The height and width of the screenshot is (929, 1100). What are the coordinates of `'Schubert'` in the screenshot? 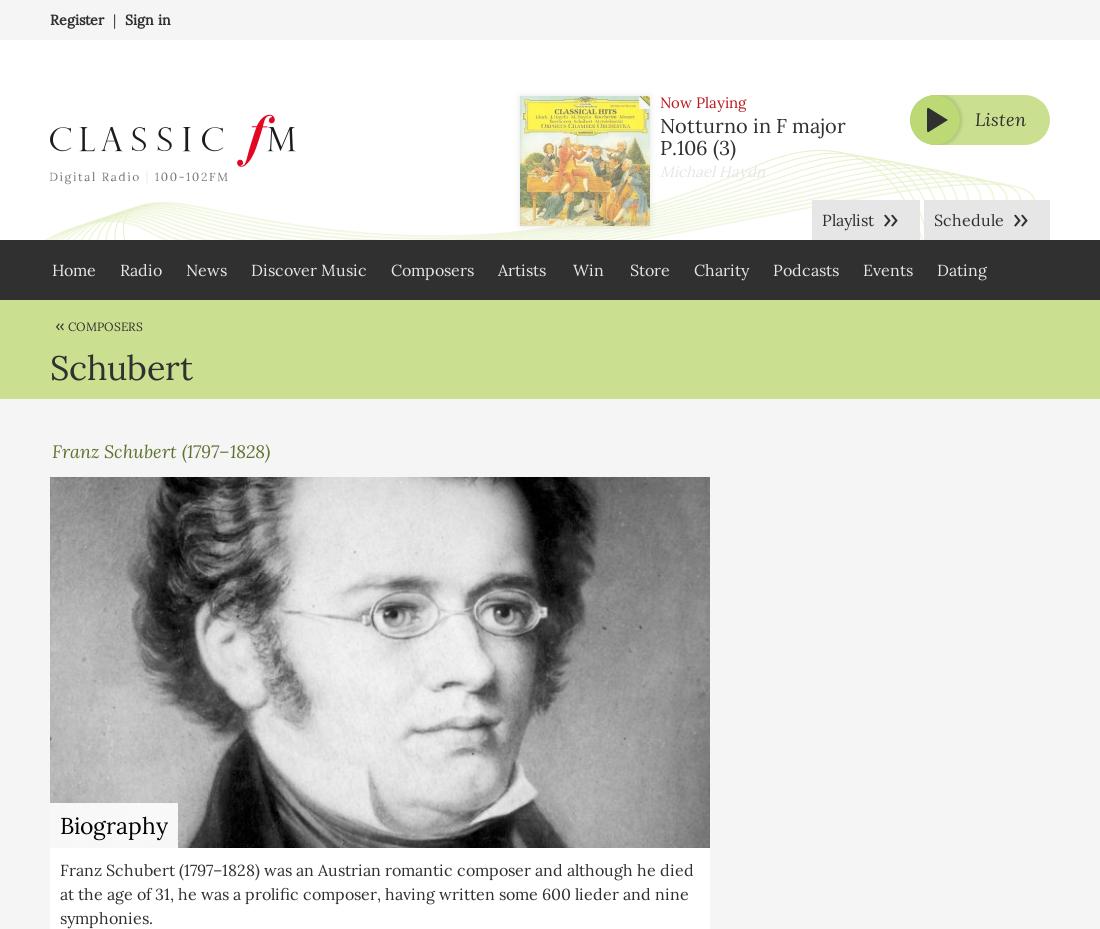 It's located at (121, 367).